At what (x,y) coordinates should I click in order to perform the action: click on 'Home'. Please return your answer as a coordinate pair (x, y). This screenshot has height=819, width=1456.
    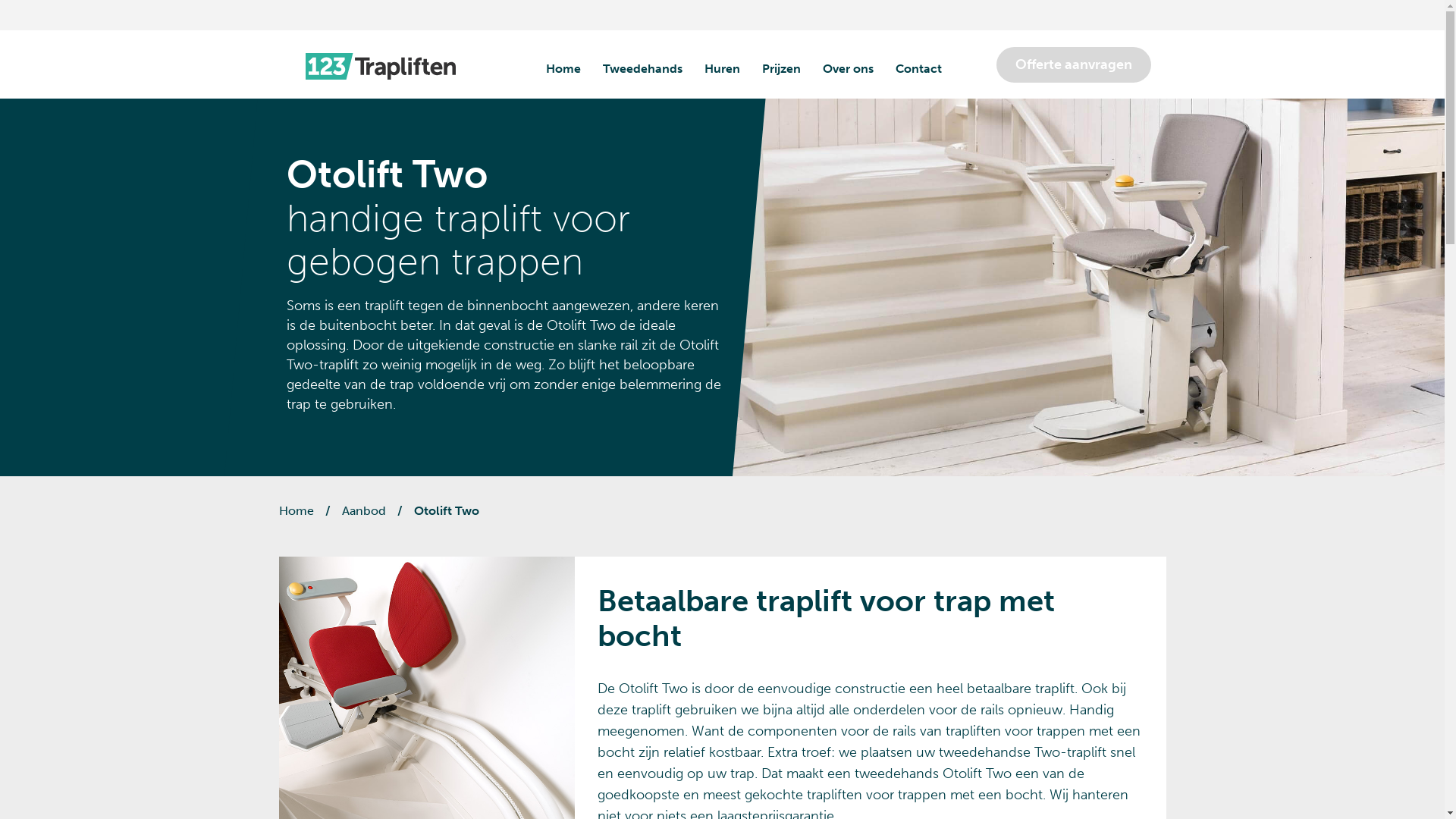
    Looking at the image, I should click on (296, 510).